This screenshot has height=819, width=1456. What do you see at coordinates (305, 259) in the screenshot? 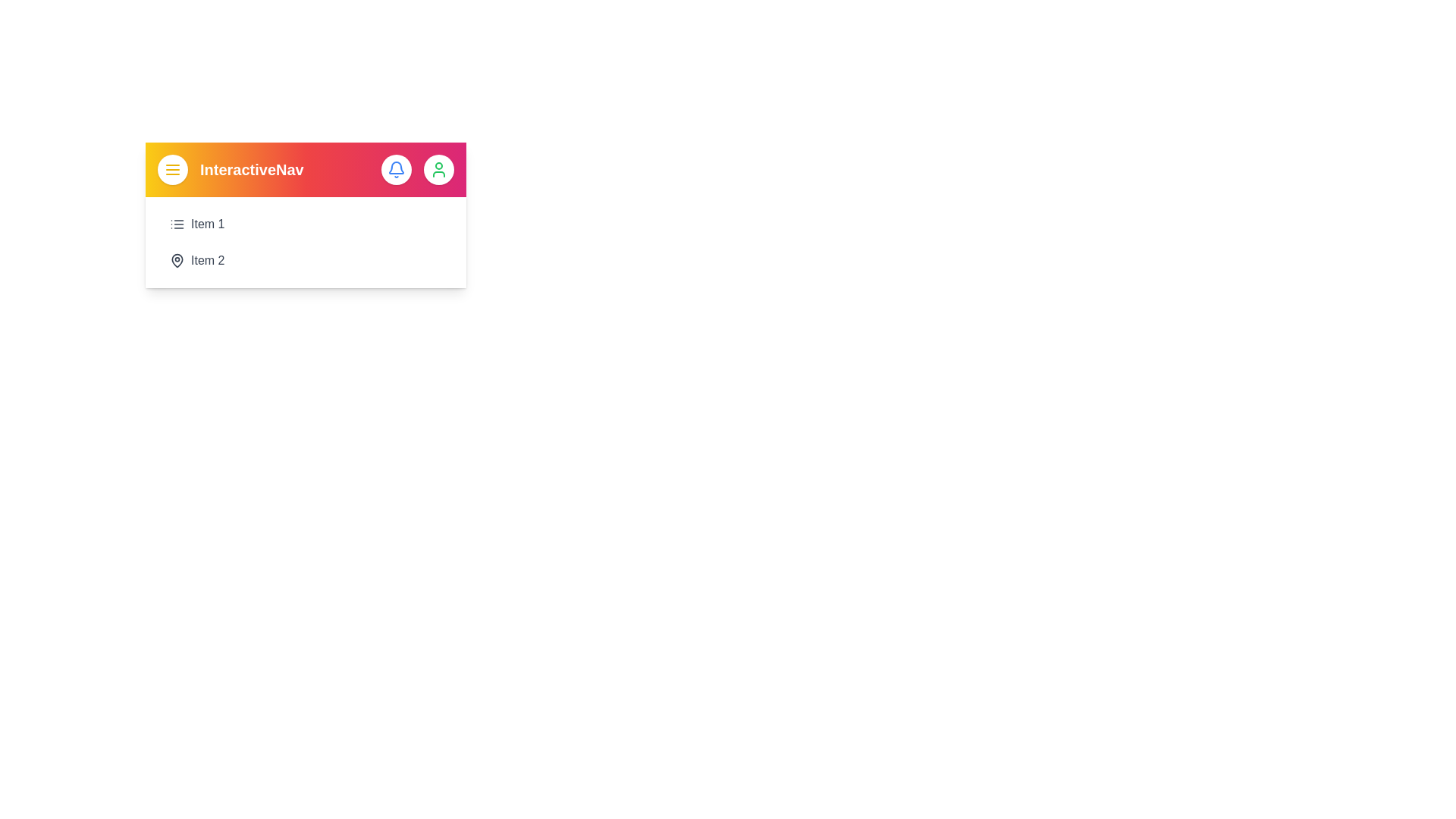
I see `the 'Item 2' button in the menu` at bounding box center [305, 259].